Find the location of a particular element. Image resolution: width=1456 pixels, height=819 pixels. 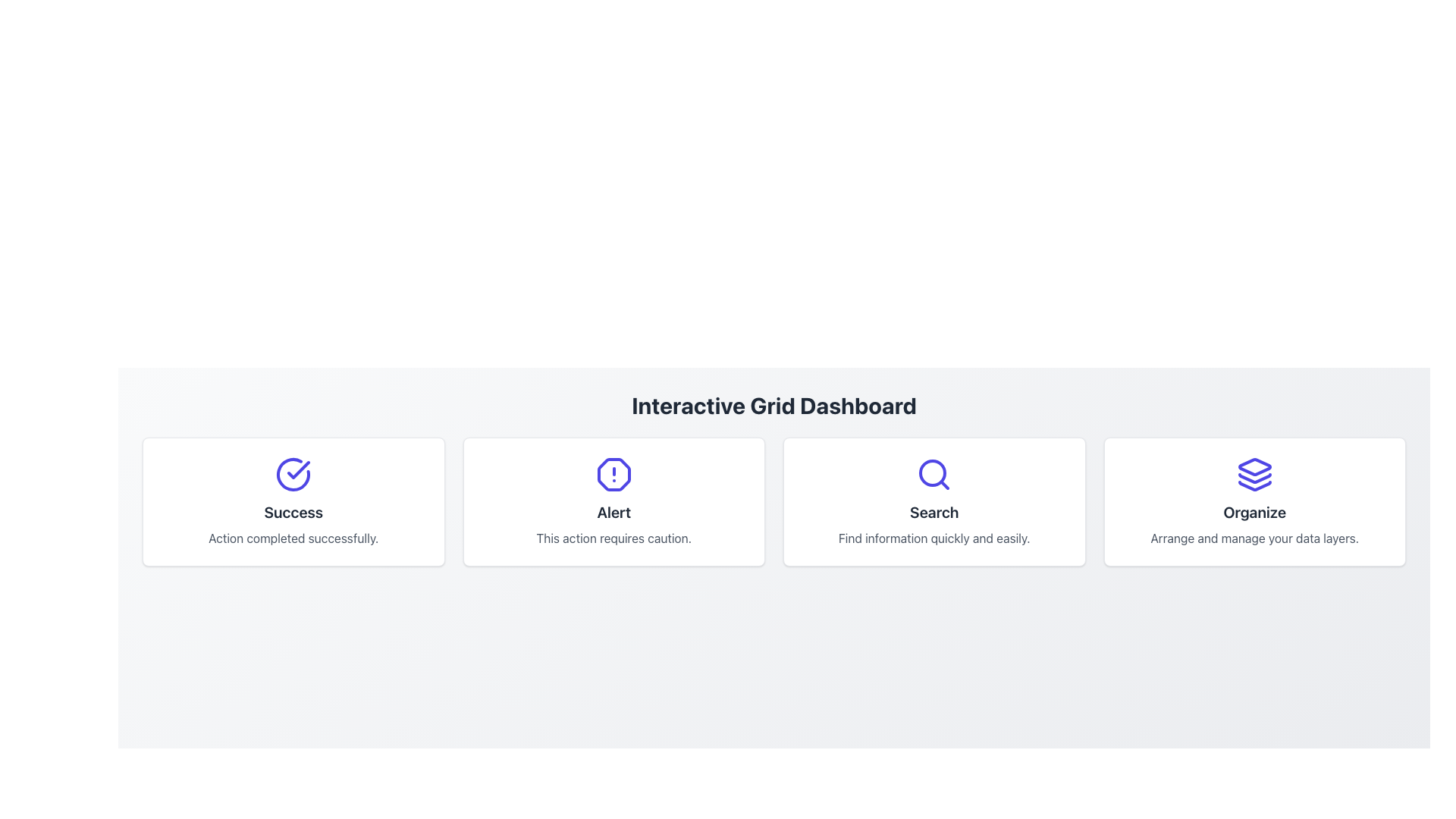

the static text element that reads 'Arrange and manage your data layers.' which is styled in gray color and located below the 'Organize' title in the fourth column of the grid is located at coordinates (1254, 537).